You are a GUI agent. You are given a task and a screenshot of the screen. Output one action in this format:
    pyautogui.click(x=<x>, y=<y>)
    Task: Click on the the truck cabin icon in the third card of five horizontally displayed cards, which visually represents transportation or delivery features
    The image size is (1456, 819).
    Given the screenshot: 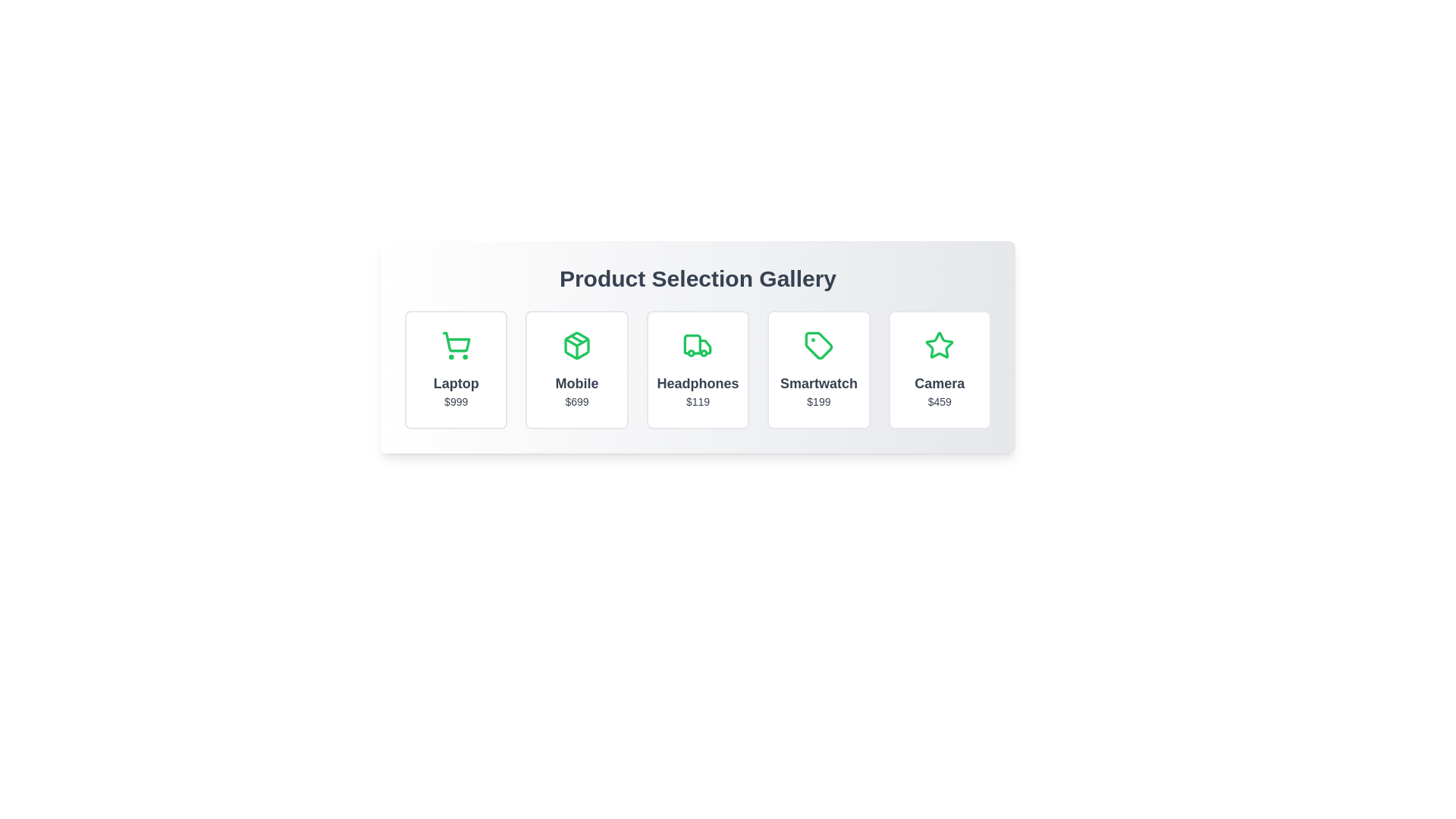 What is the action you would take?
    pyautogui.click(x=692, y=344)
    